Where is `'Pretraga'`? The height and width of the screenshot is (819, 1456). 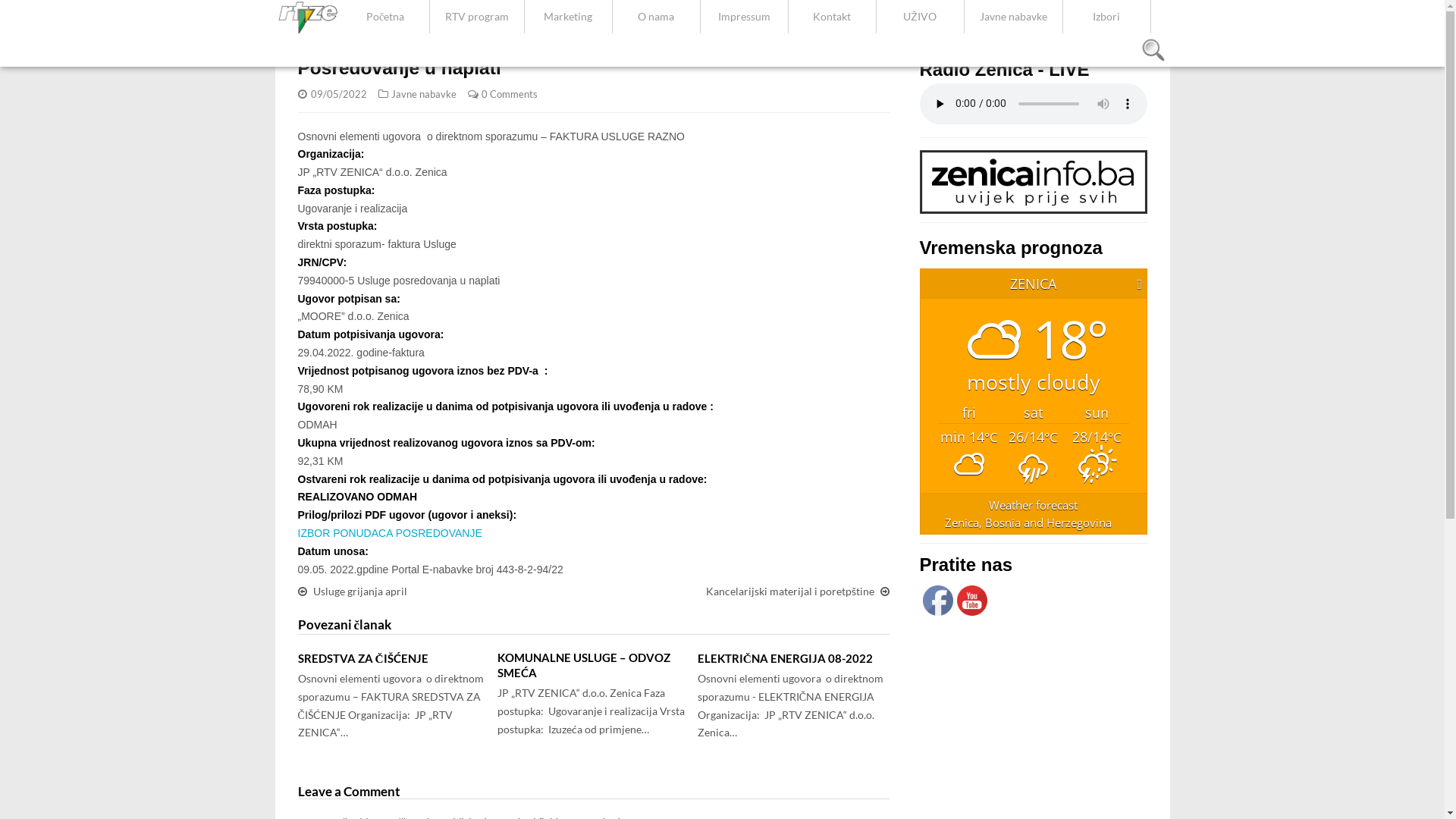 'Pretraga' is located at coordinates (1153, 49).